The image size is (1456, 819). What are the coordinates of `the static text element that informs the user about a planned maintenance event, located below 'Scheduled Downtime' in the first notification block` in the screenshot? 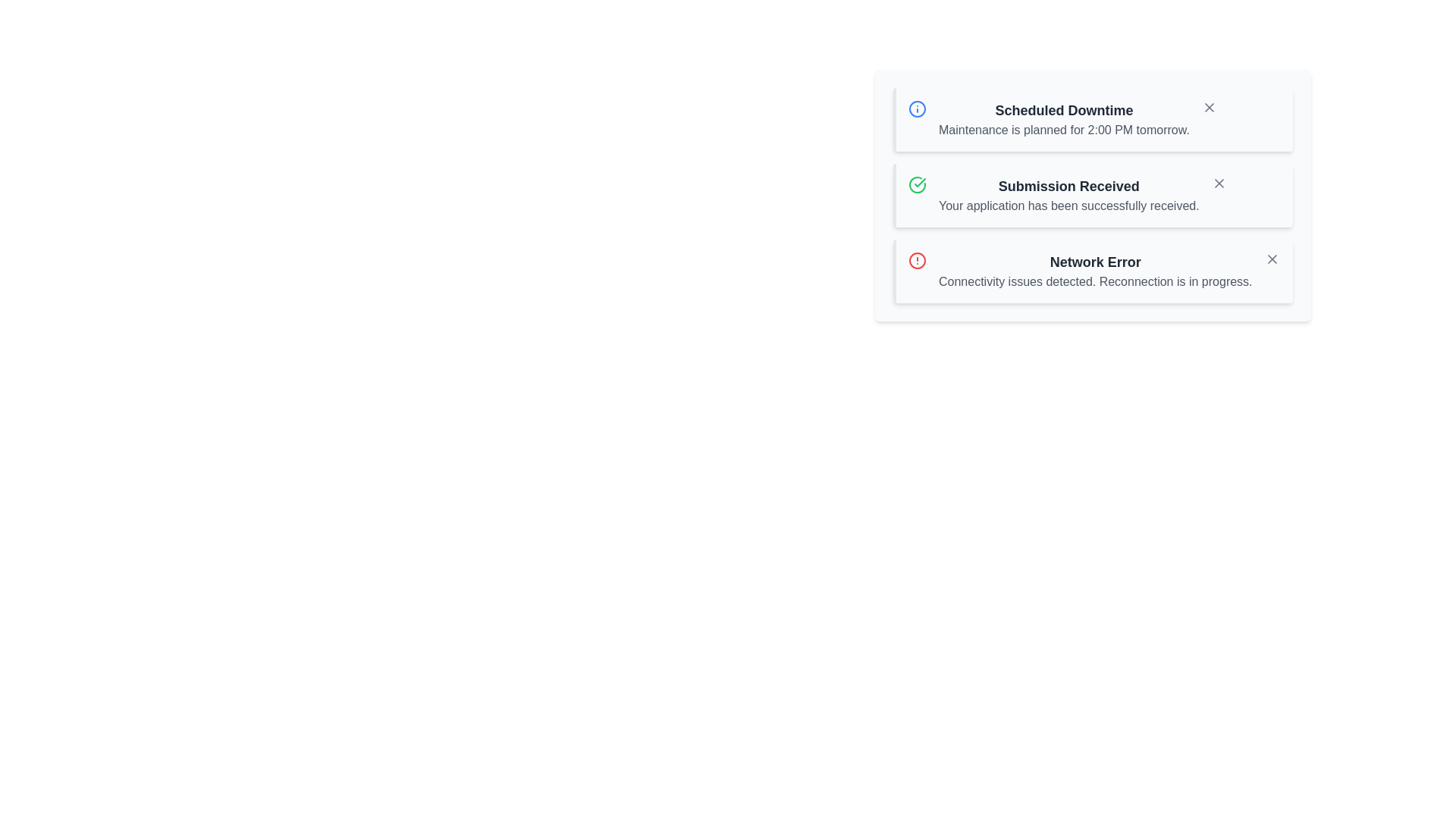 It's located at (1063, 130).